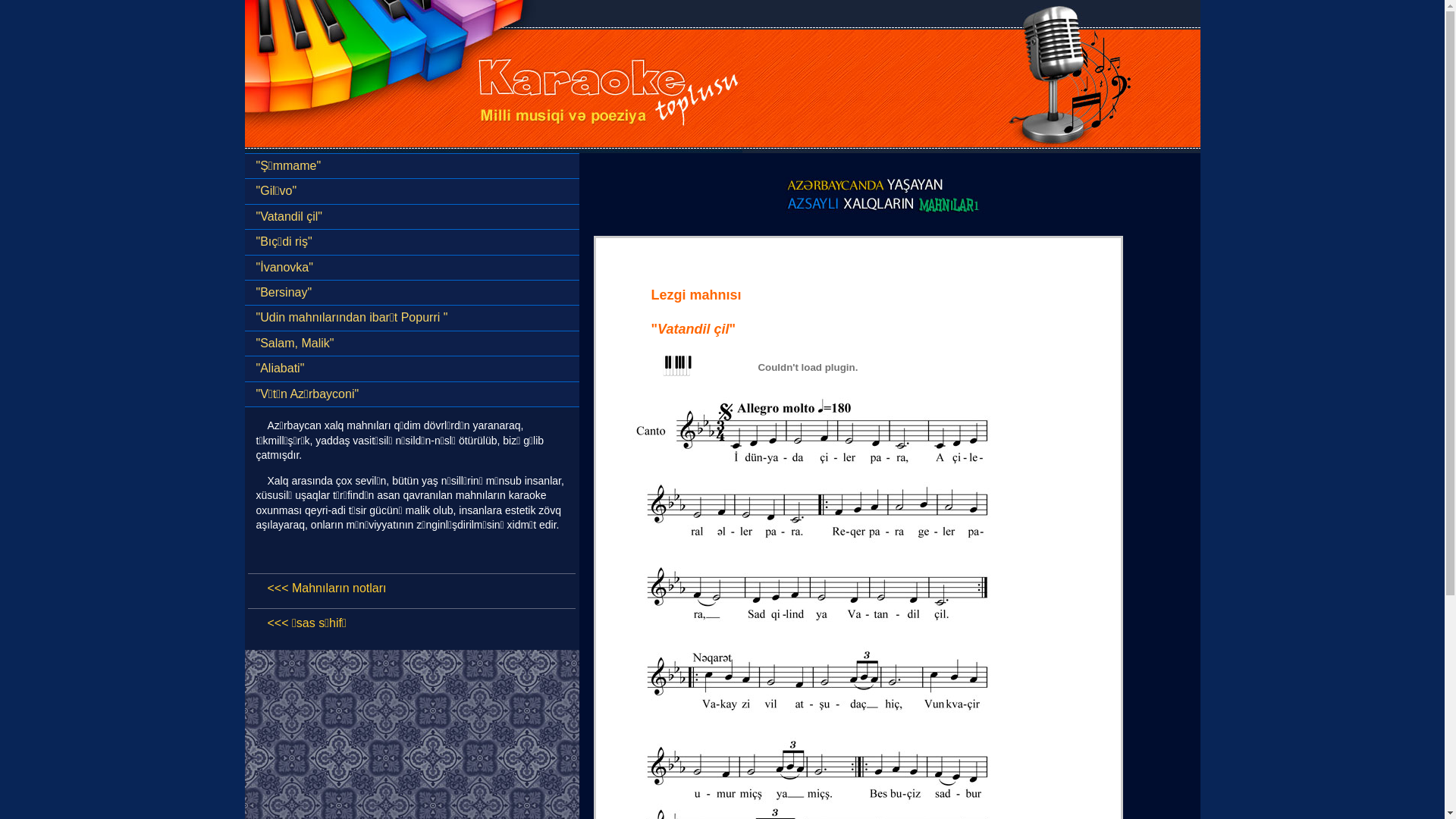 The height and width of the screenshot is (819, 1456). I want to click on '"Salam, Malik"', so click(411, 343).